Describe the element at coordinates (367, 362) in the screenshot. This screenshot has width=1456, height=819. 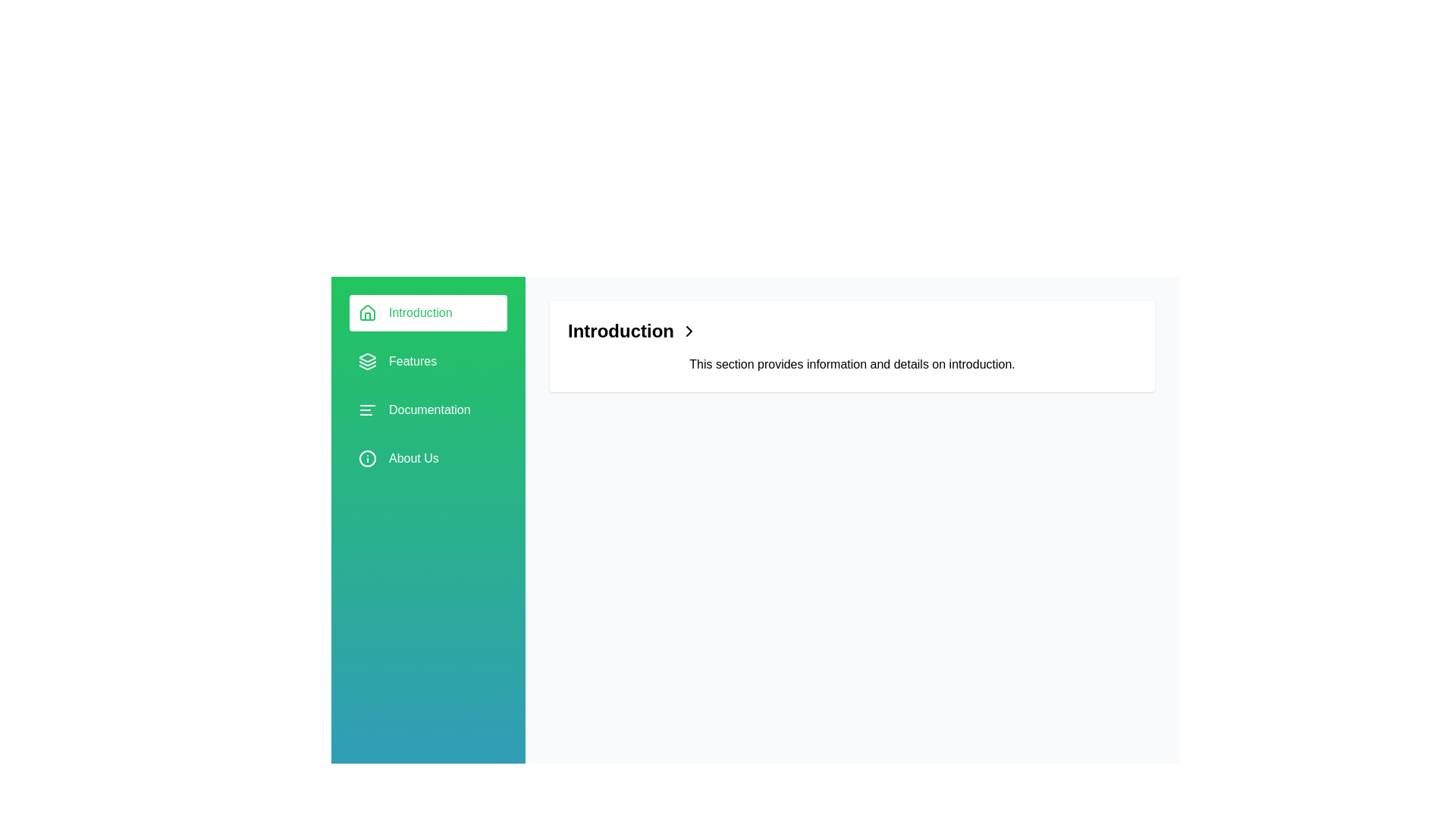
I see `the 'Features' menu icon located next to the labeled text in the vertical navigation menu` at that location.